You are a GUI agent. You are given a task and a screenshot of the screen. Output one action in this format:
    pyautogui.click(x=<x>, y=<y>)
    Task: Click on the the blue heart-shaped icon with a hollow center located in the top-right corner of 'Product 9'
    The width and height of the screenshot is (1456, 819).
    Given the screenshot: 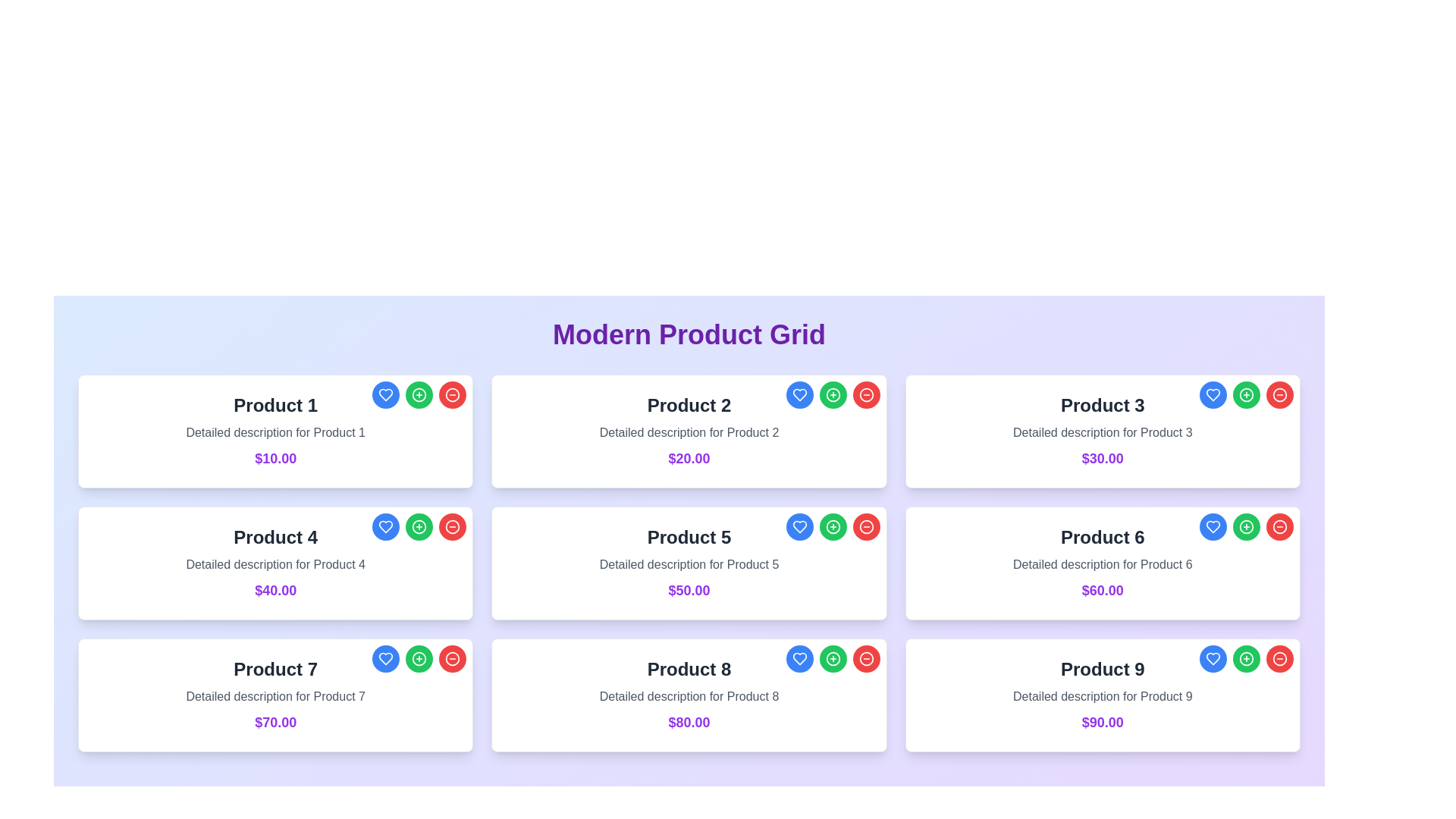 What is the action you would take?
    pyautogui.click(x=1212, y=657)
    